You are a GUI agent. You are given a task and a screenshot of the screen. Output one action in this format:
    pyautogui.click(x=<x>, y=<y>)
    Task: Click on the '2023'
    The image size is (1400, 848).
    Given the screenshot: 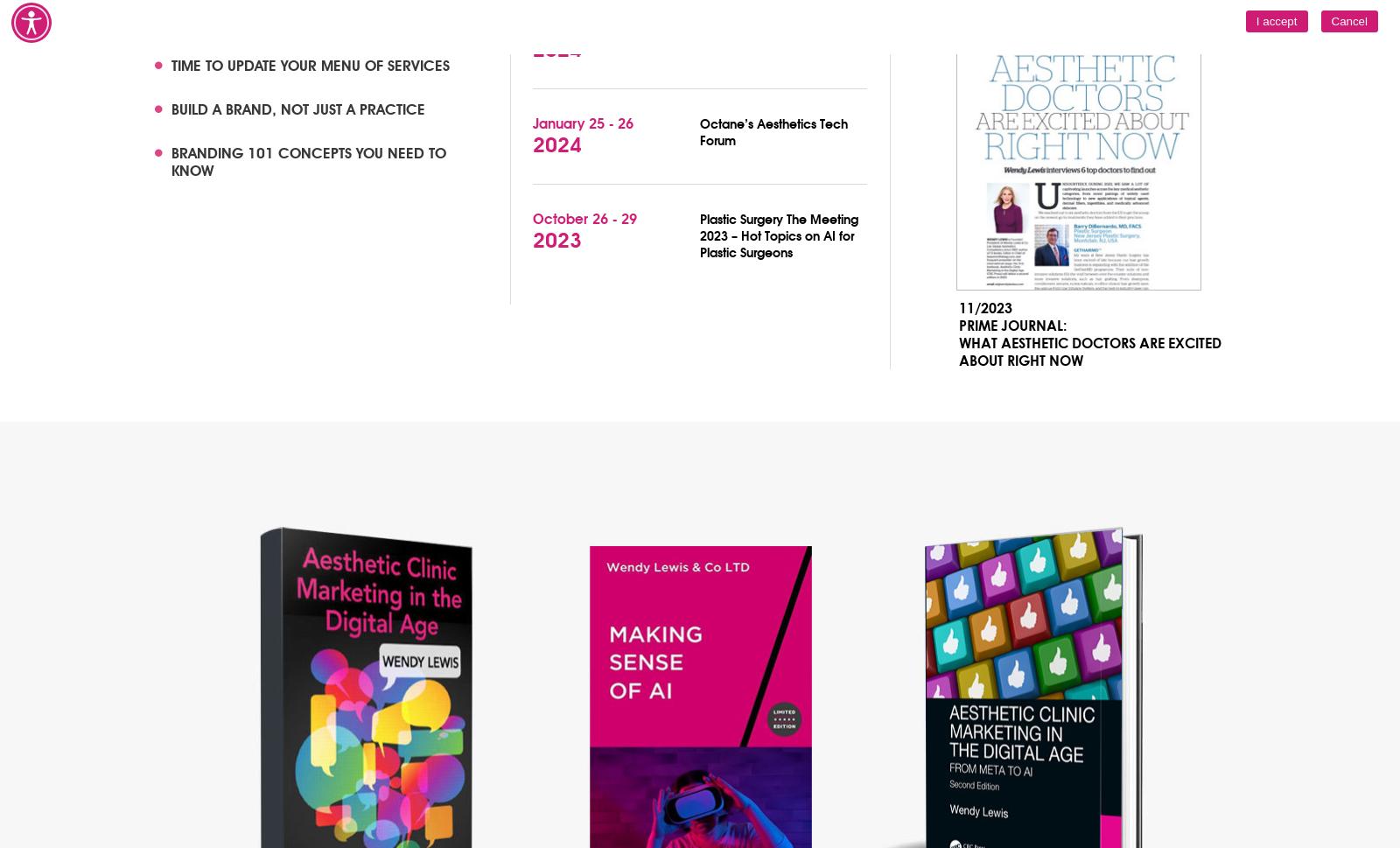 What is the action you would take?
    pyautogui.click(x=556, y=239)
    